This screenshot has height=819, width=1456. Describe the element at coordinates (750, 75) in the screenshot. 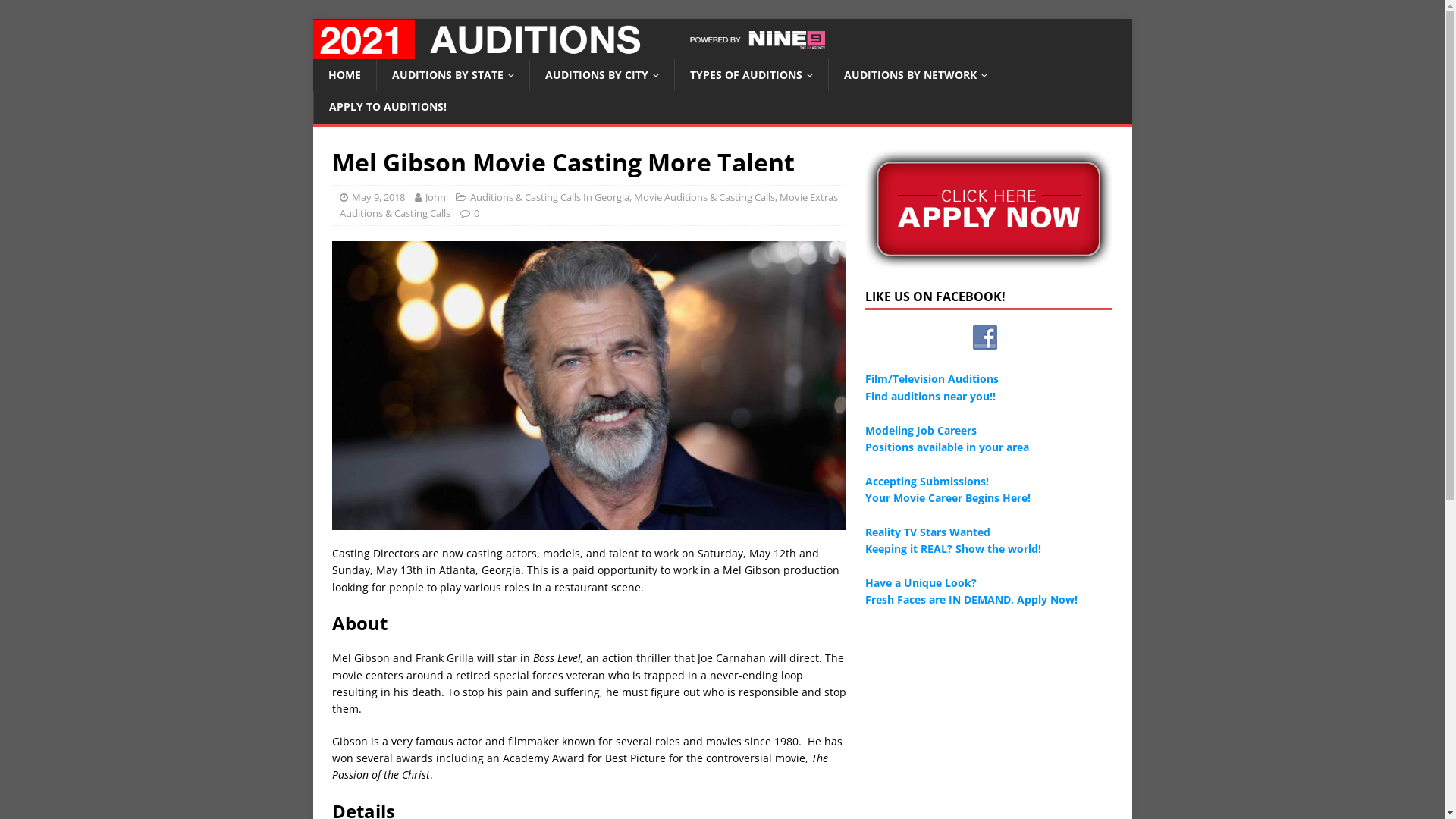

I see `'TYPES OF AUDITIONS'` at that location.